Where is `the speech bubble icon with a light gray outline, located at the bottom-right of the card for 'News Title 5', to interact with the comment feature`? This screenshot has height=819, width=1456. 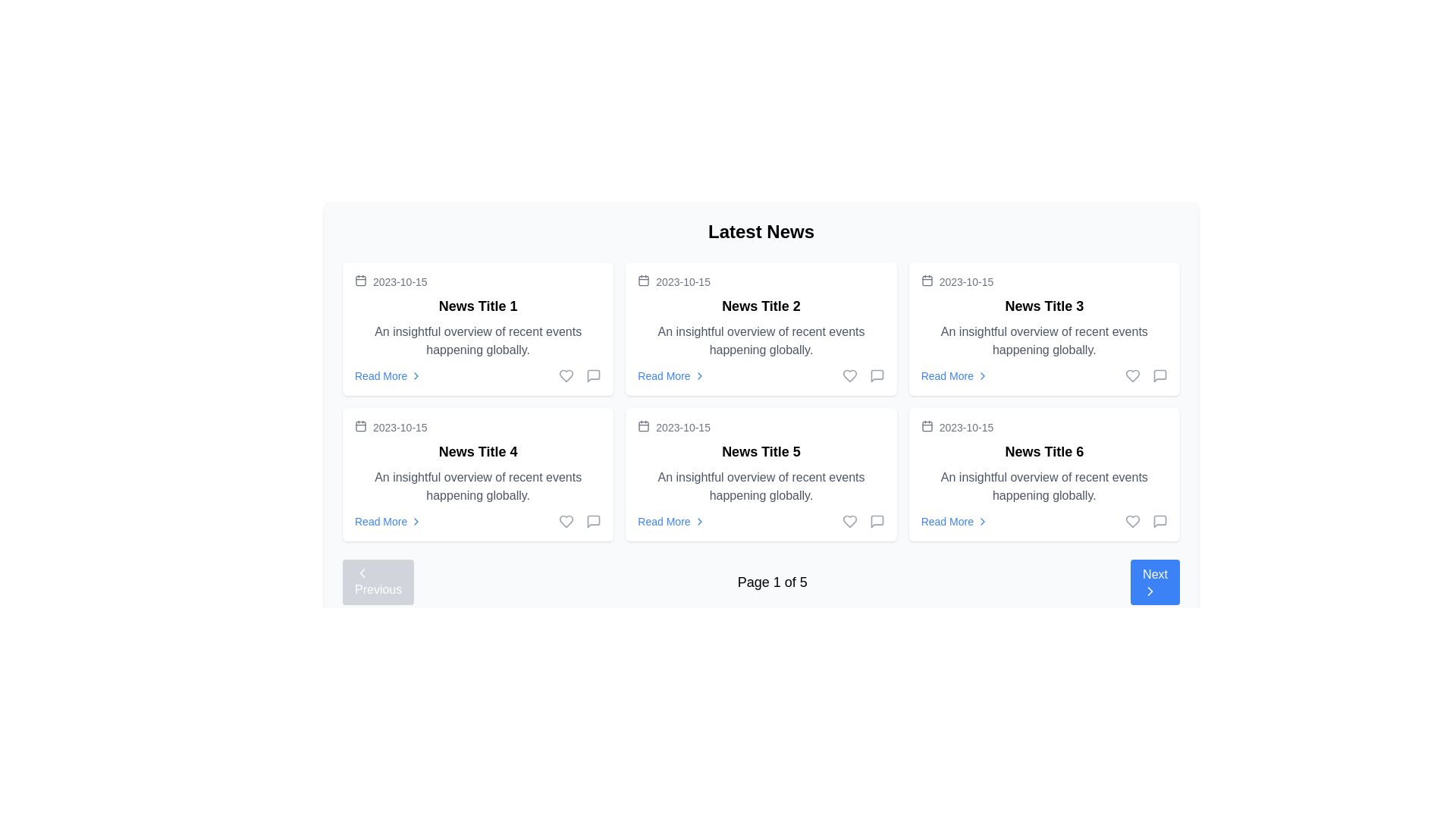
the speech bubble icon with a light gray outline, located at the bottom-right of the card for 'News Title 5', to interact with the comment feature is located at coordinates (877, 520).